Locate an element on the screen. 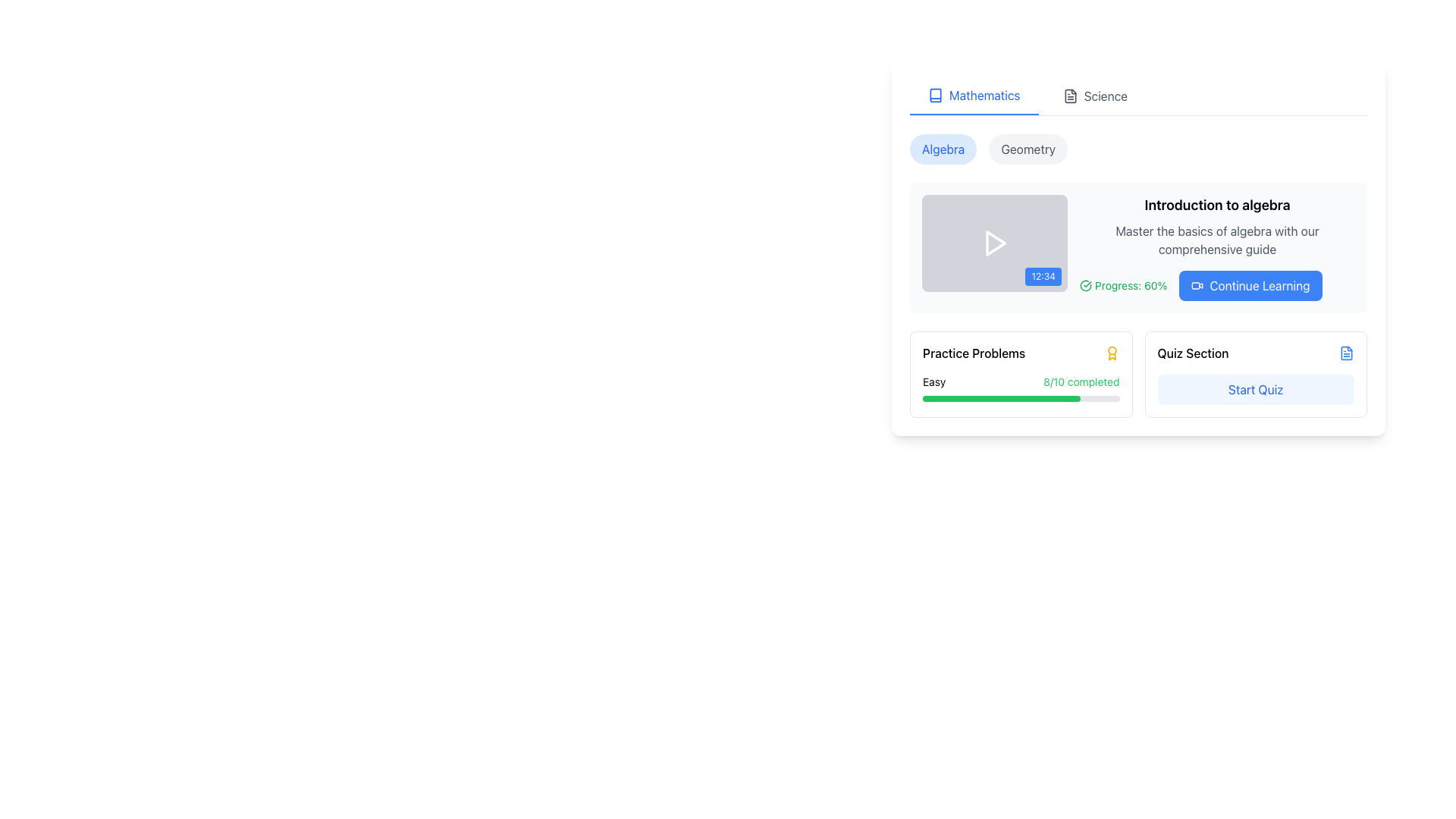 Image resolution: width=1456 pixels, height=819 pixels. the achievement icon located in the top-right corner of the 'Practice Problems' section, next to the text 'Practice Problems' is located at coordinates (1112, 353).